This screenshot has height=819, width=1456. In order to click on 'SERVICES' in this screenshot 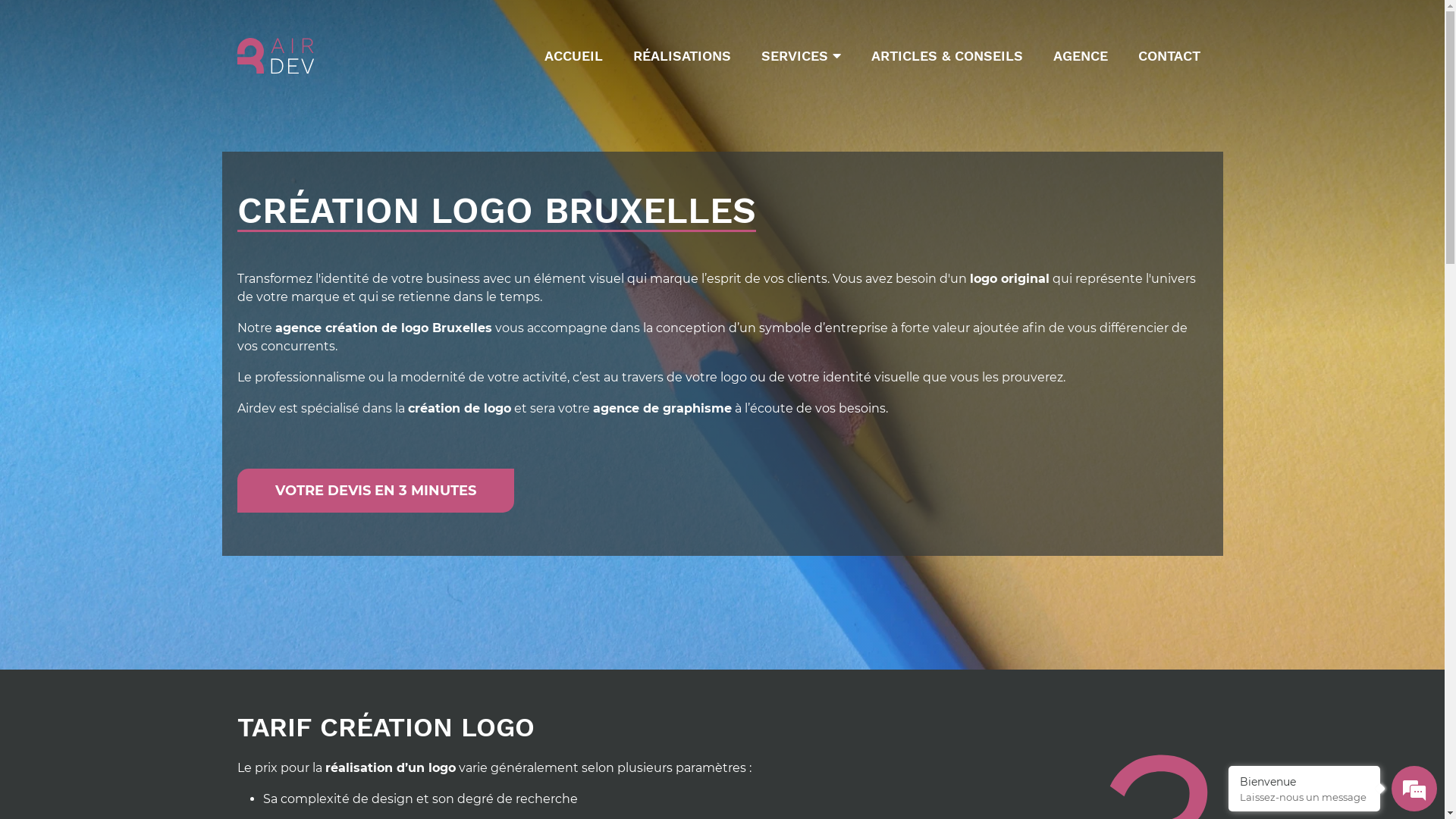, I will do `click(753, 55)`.